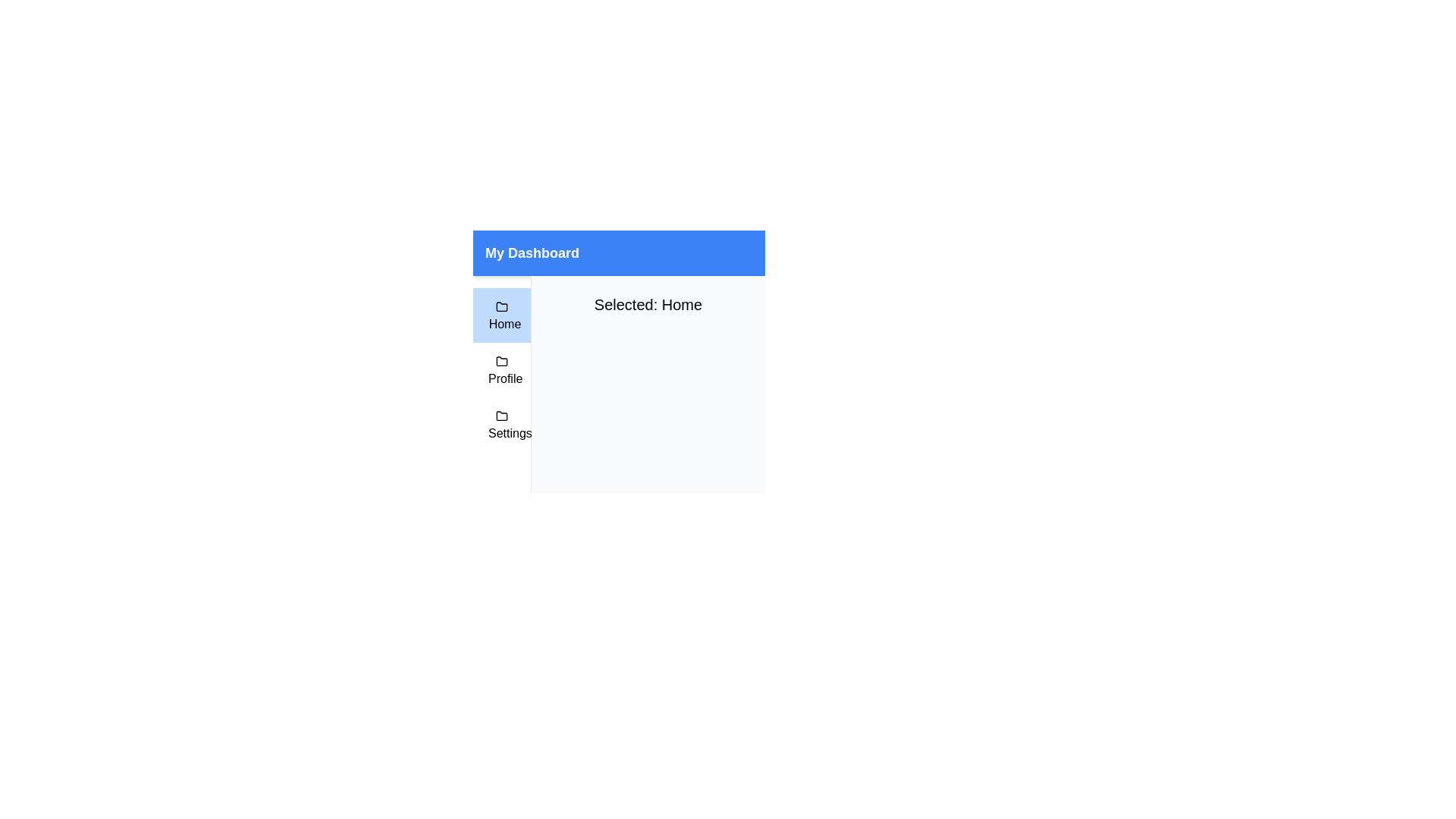 The height and width of the screenshot is (819, 1456). What do you see at coordinates (502, 370) in the screenshot?
I see `the 'Profile' menu option, which is the second item in a vertical menu list` at bounding box center [502, 370].